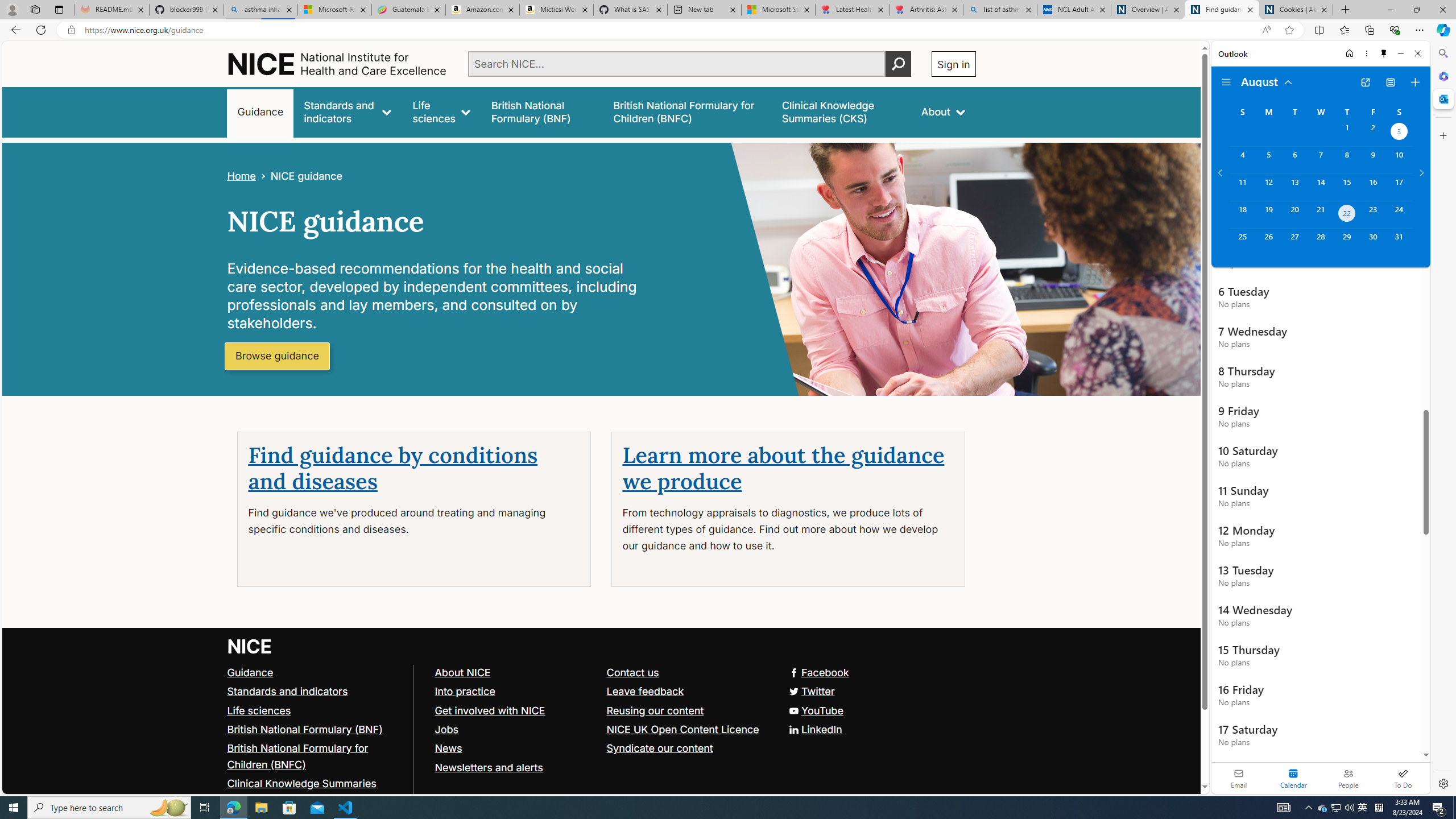  What do you see at coordinates (1372, 187) in the screenshot?
I see `'Friday, August 16, 2024. '` at bounding box center [1372, 187].